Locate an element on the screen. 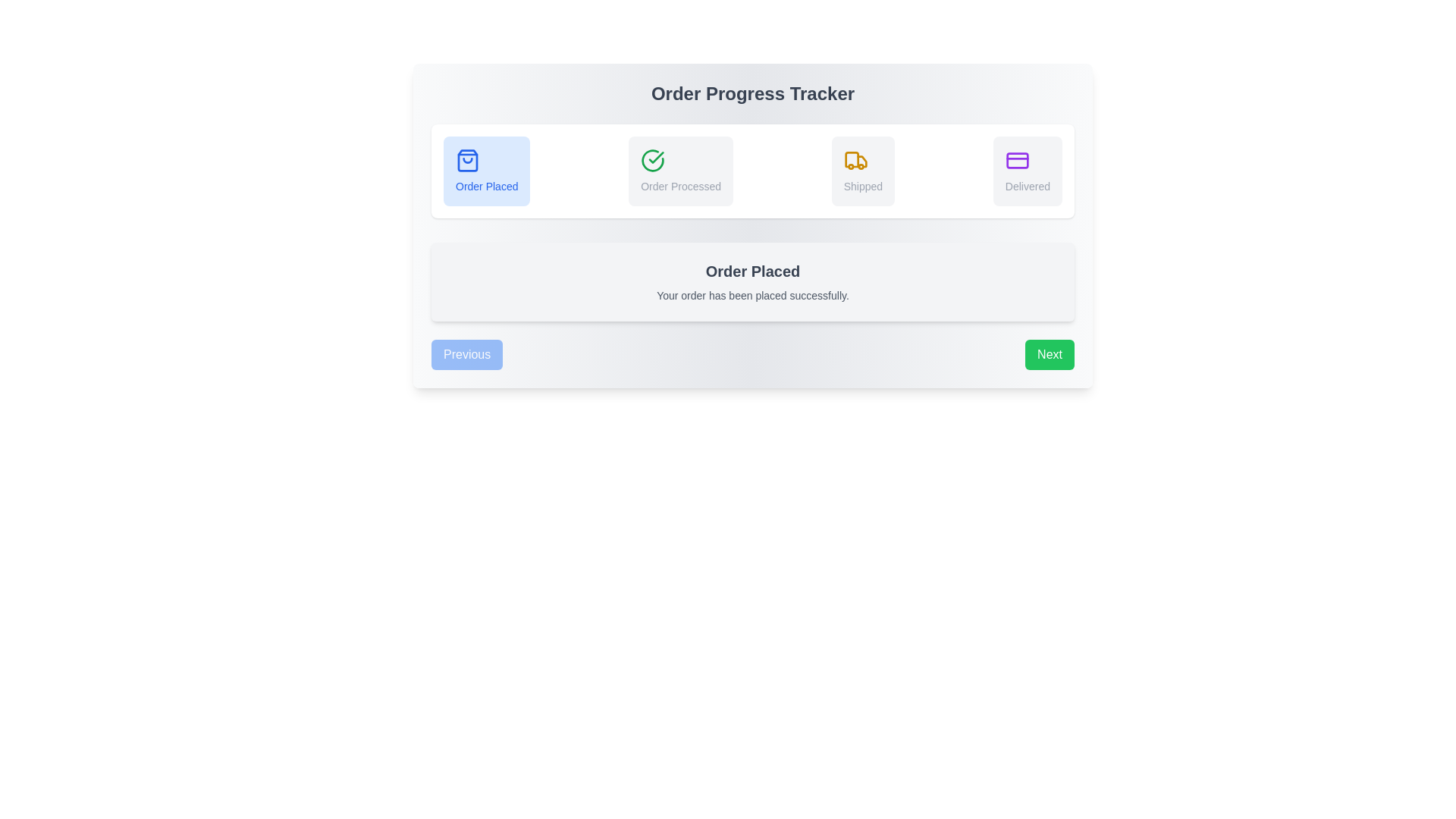 The image size is (1456, 819). the rectangular button with a blue background and white text reading 'Previous' is located at coordinates (466, 354).